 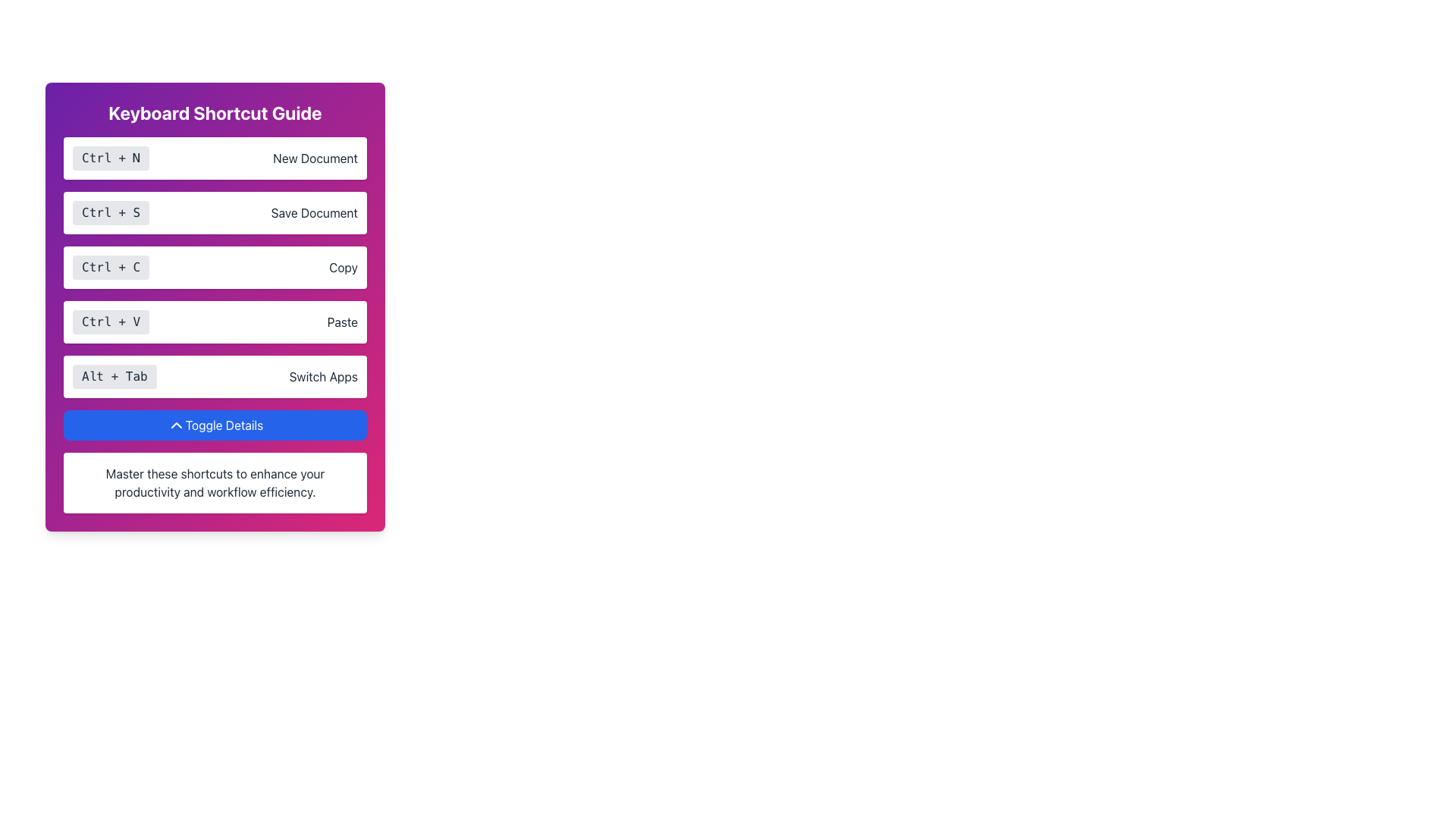 What do you see at coordinates (110, 213) in the screenshot?
I see `the non-interactive styled text label displaying the keyboard shortcut 'Ctrl + S' in the purple panel titled 'Keyboard Shortcut Guide'` at bounding box center [110, 213].